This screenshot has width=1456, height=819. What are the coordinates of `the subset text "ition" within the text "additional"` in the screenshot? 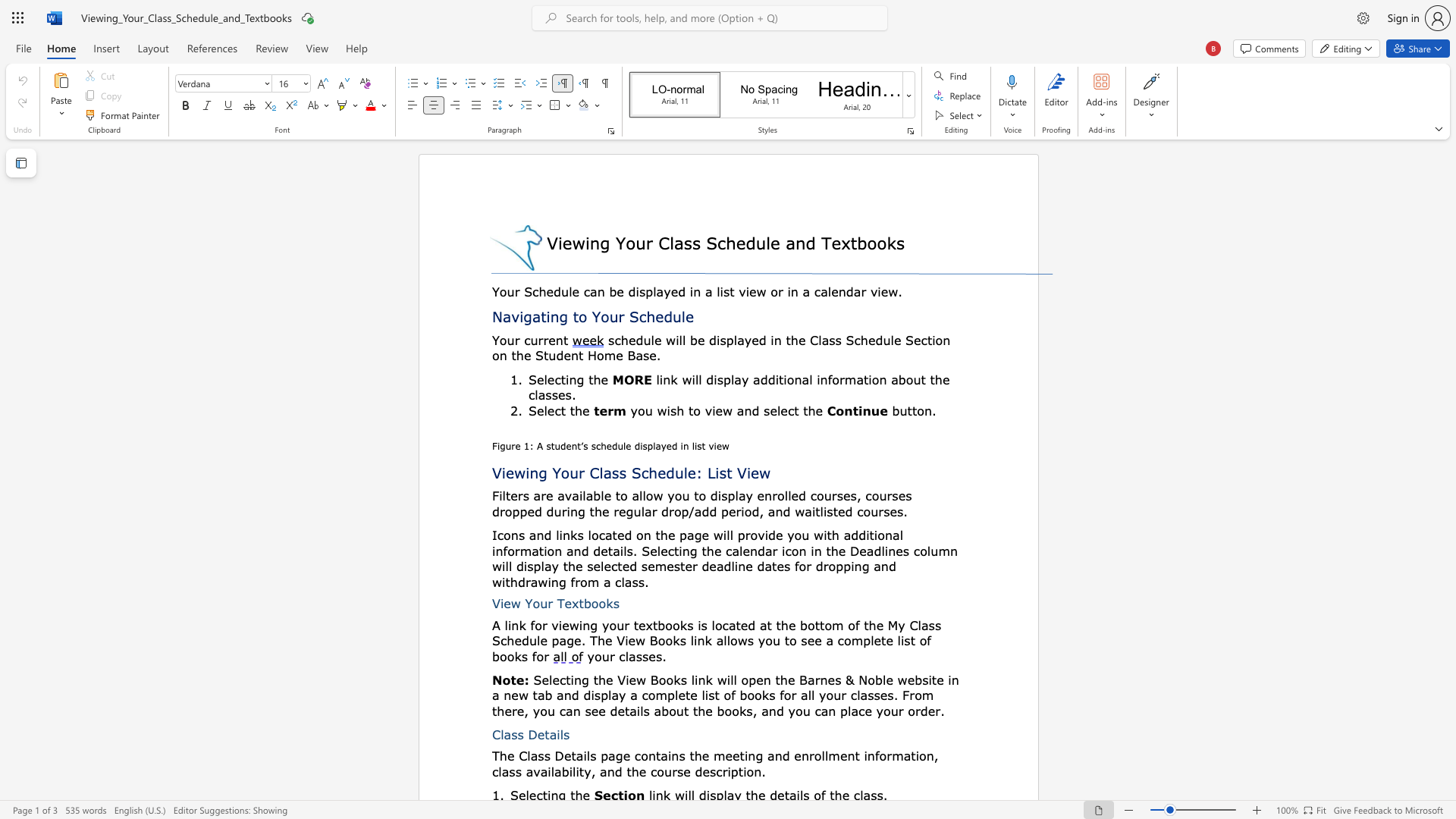 It's located at (775, 378).